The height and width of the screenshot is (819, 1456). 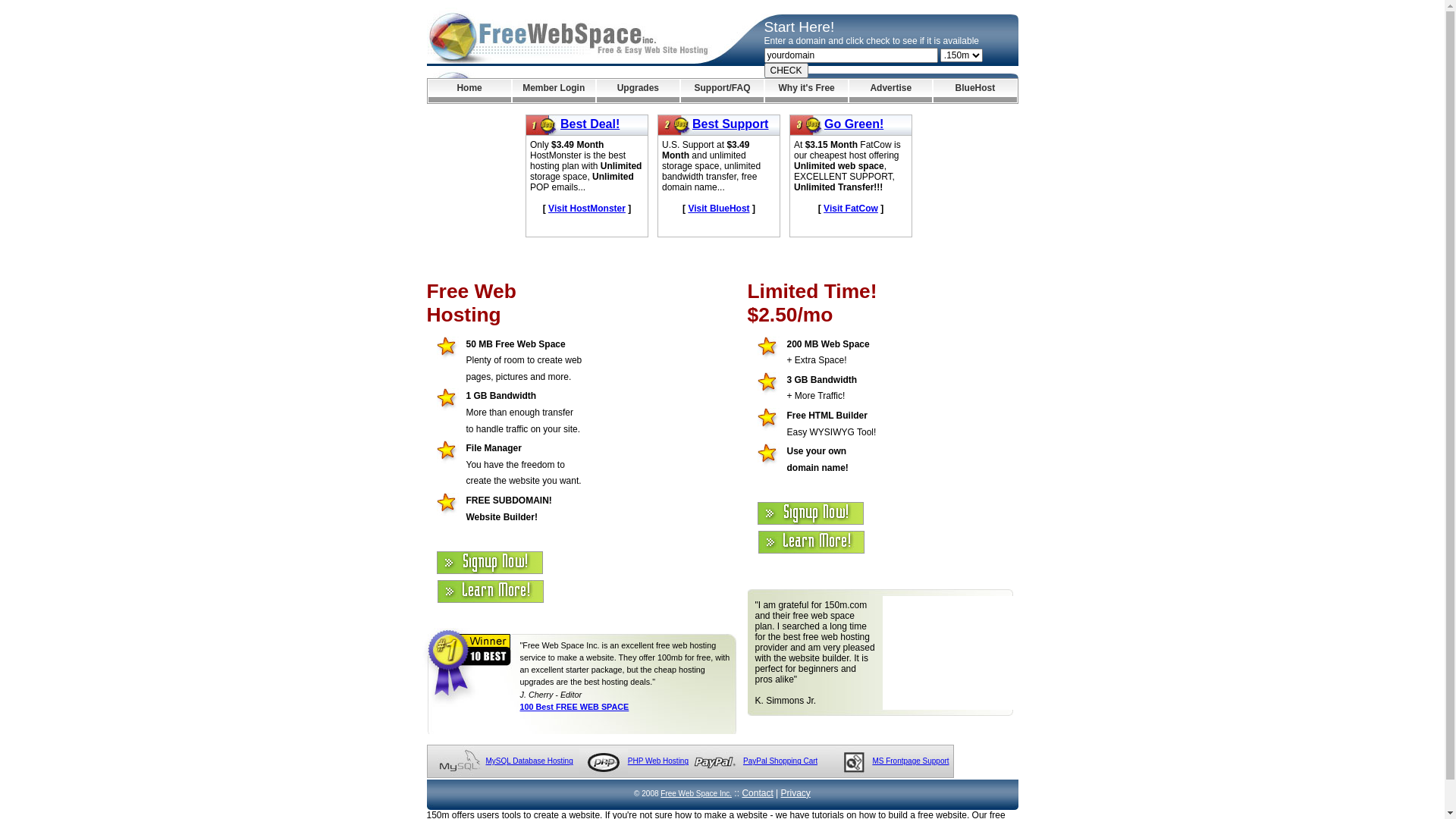 I want to click on 'Privacy', so click(x=781, y=792).